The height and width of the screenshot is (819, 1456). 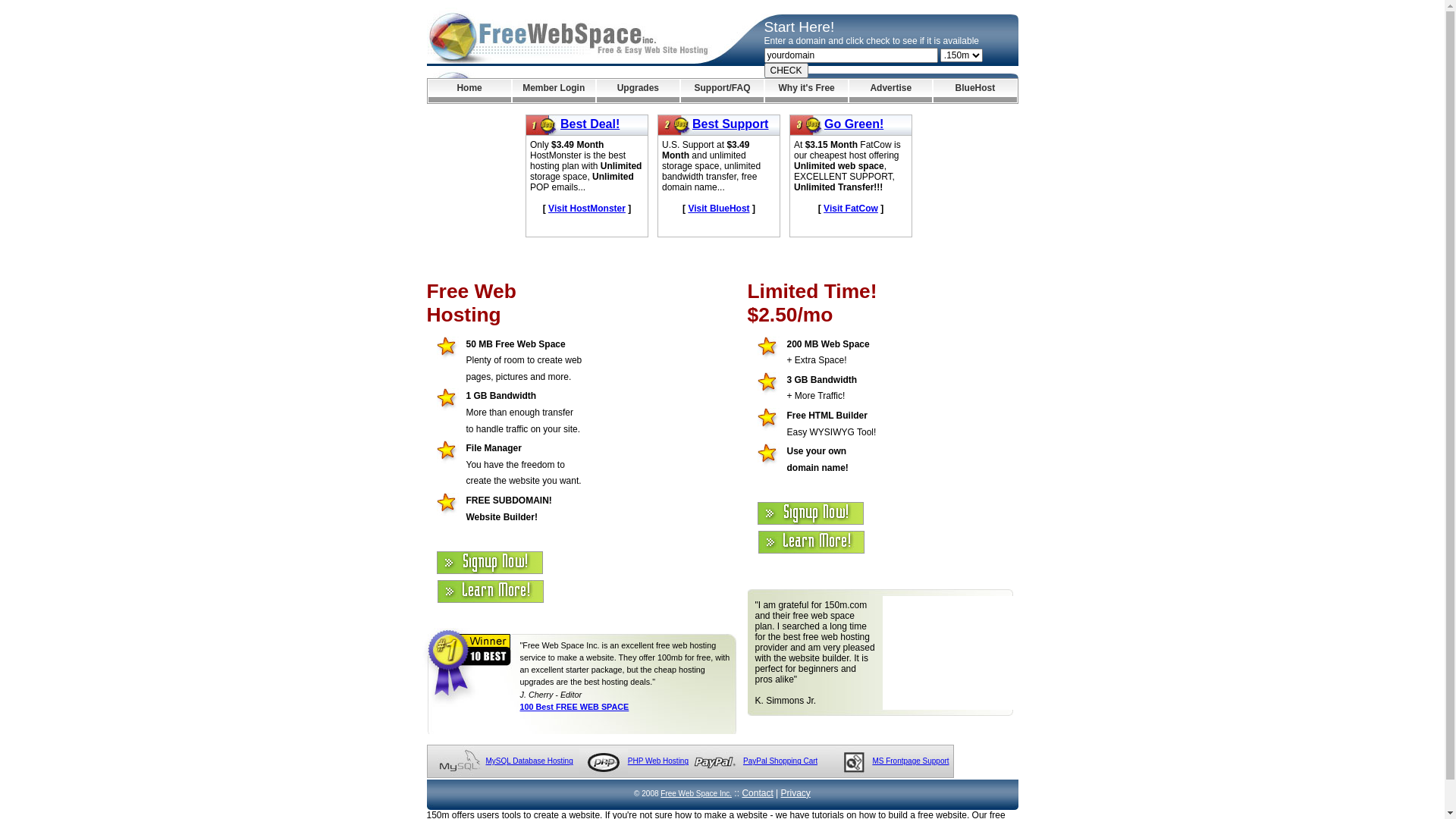 I want to click on 'Privacy', so click(x=781, y=792).